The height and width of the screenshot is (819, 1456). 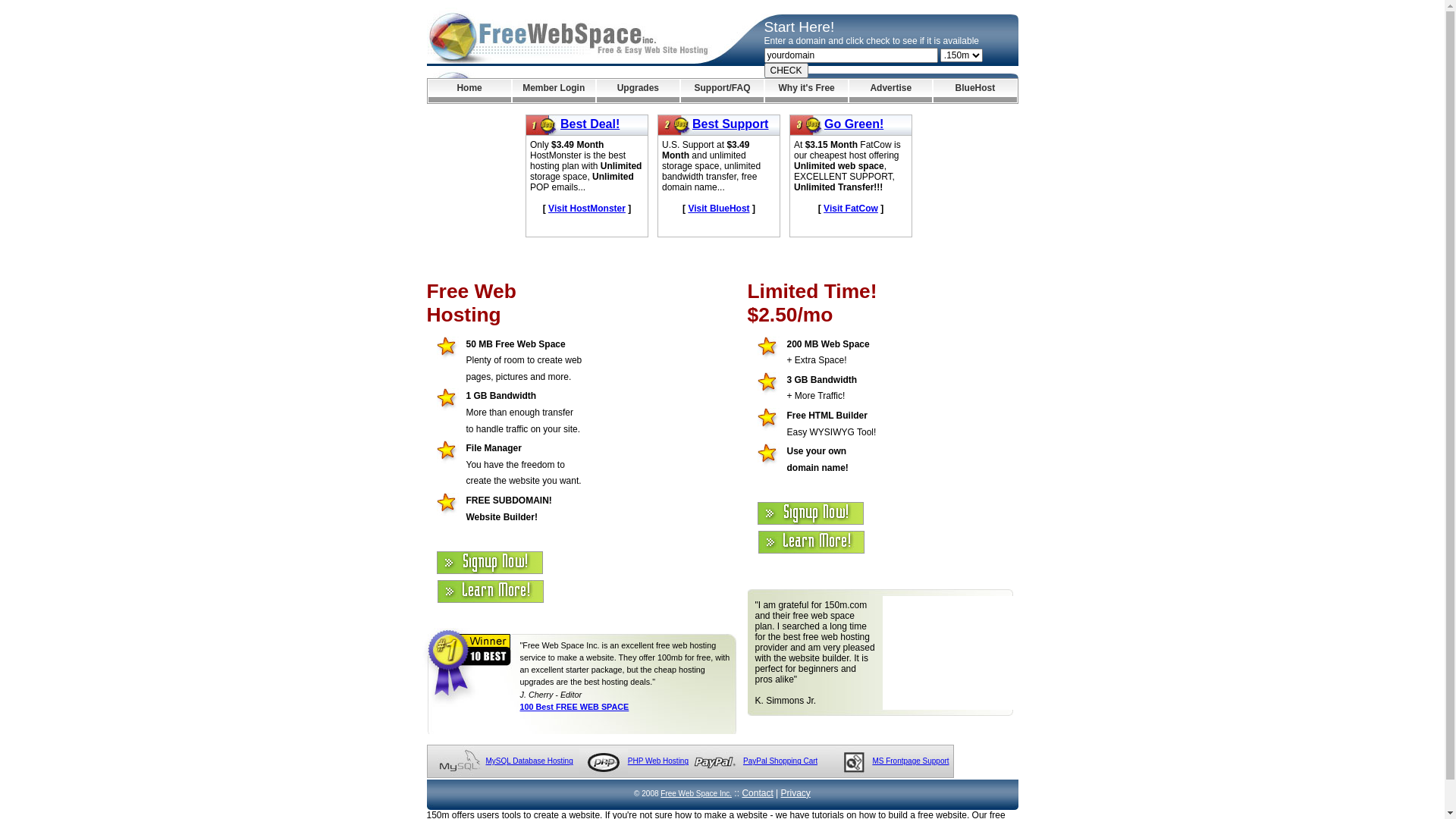 I want to click on 'Privacy', so click(x=781, y=792).